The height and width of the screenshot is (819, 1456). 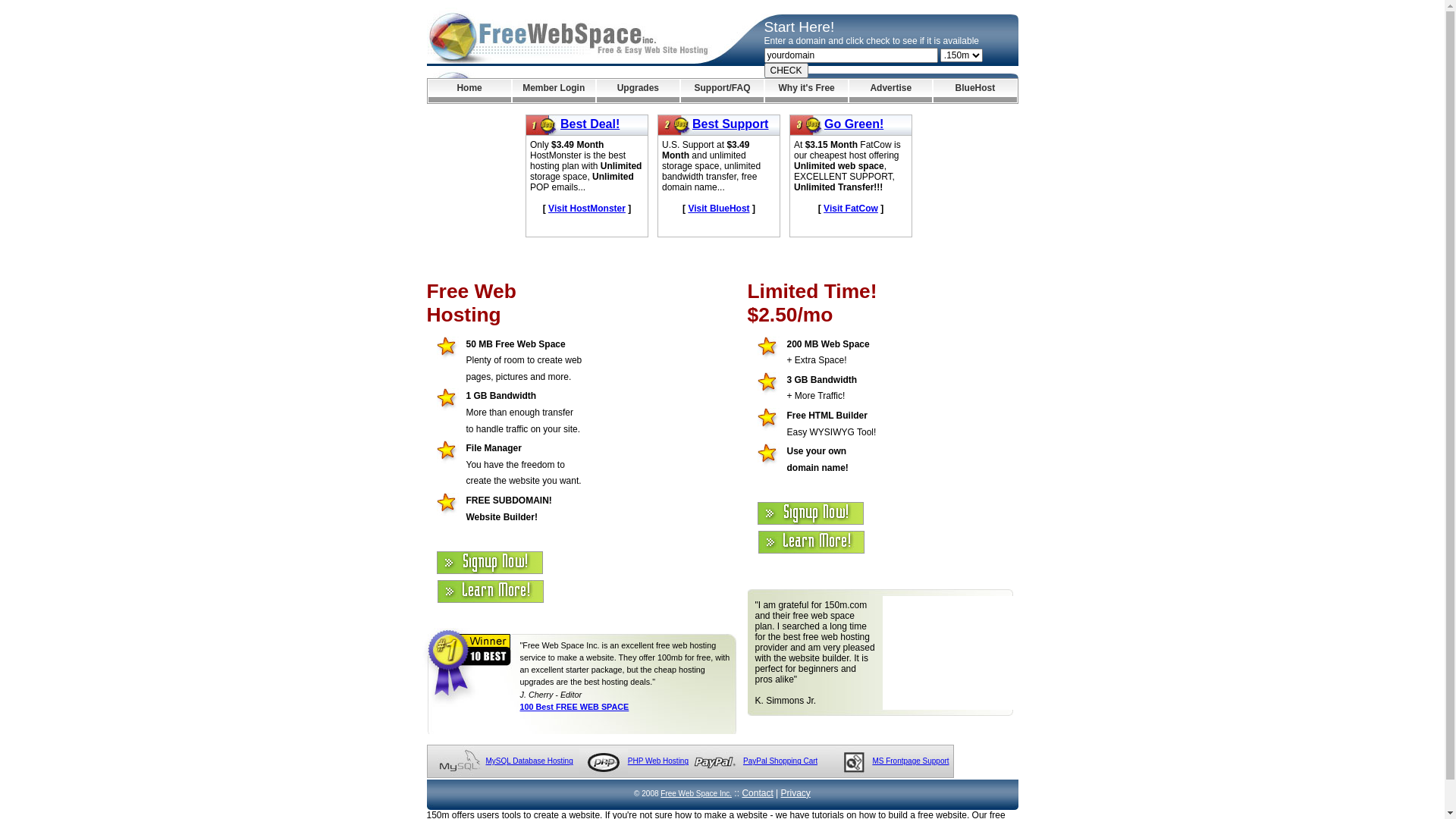 I want to click on 'Privacy', so click(x=781, y=792).